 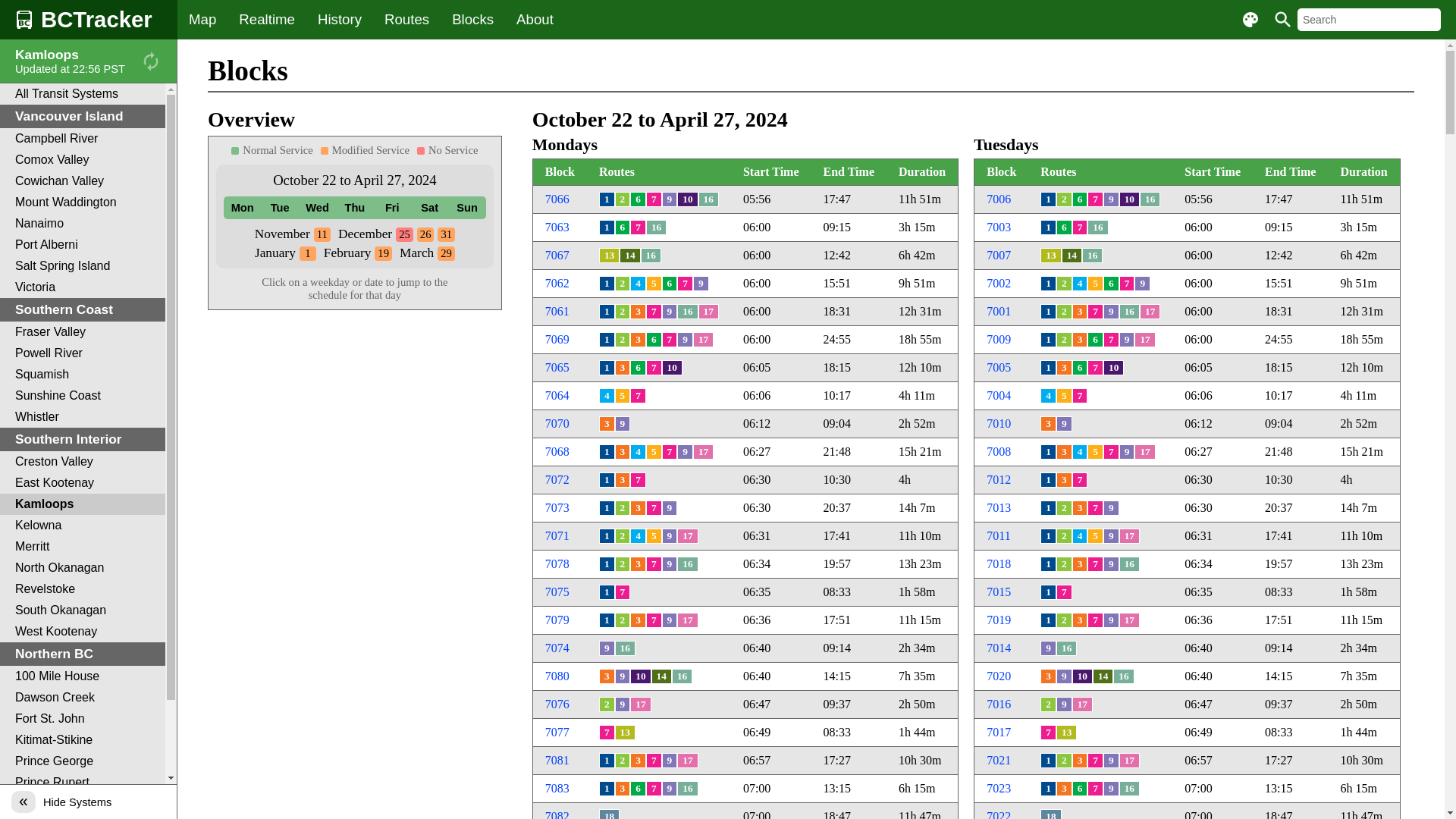 I want to click on '7008', so click(x=998, y=450).